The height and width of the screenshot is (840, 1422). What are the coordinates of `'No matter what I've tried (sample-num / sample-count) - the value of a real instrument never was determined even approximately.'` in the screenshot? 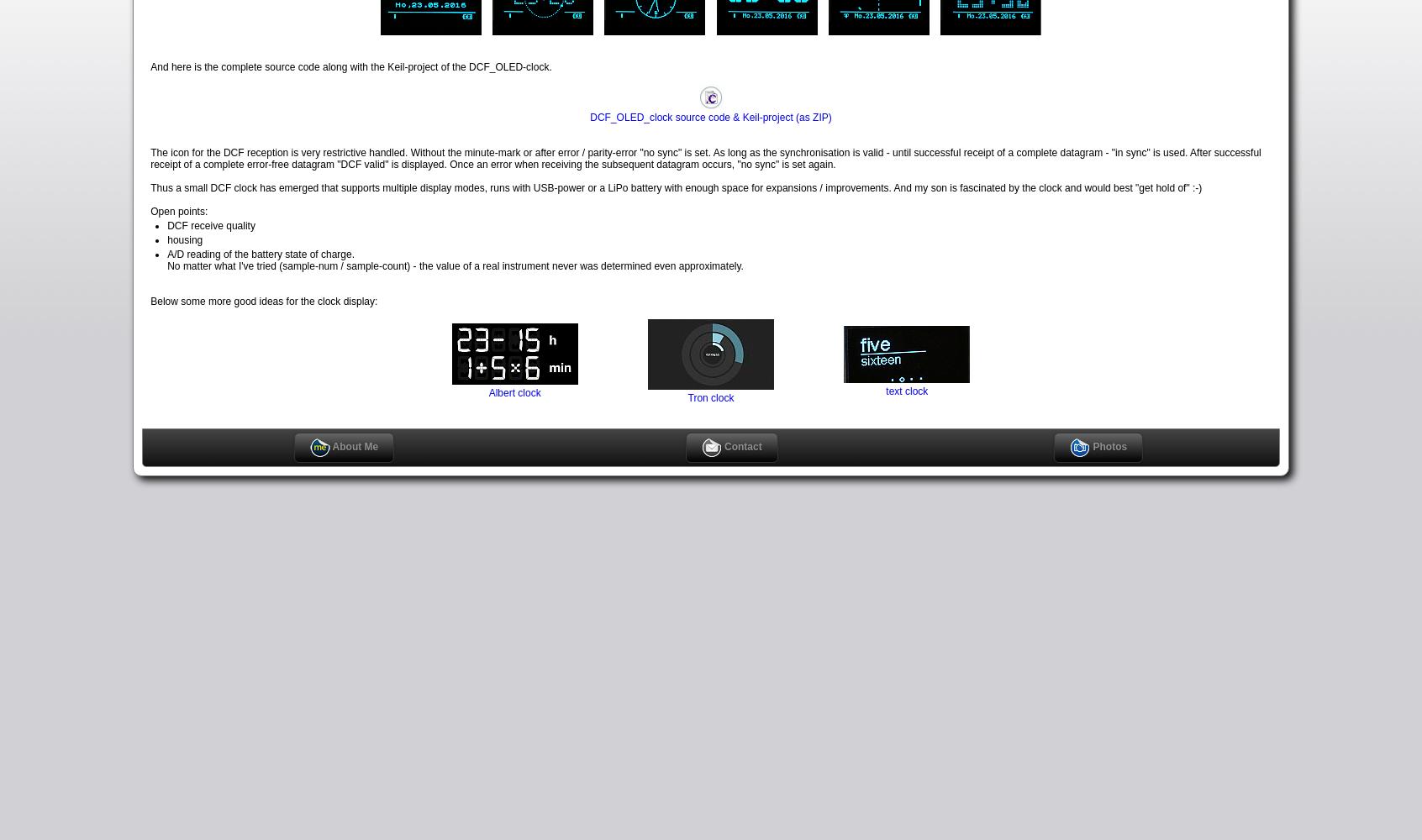 It's located at (455, 265).